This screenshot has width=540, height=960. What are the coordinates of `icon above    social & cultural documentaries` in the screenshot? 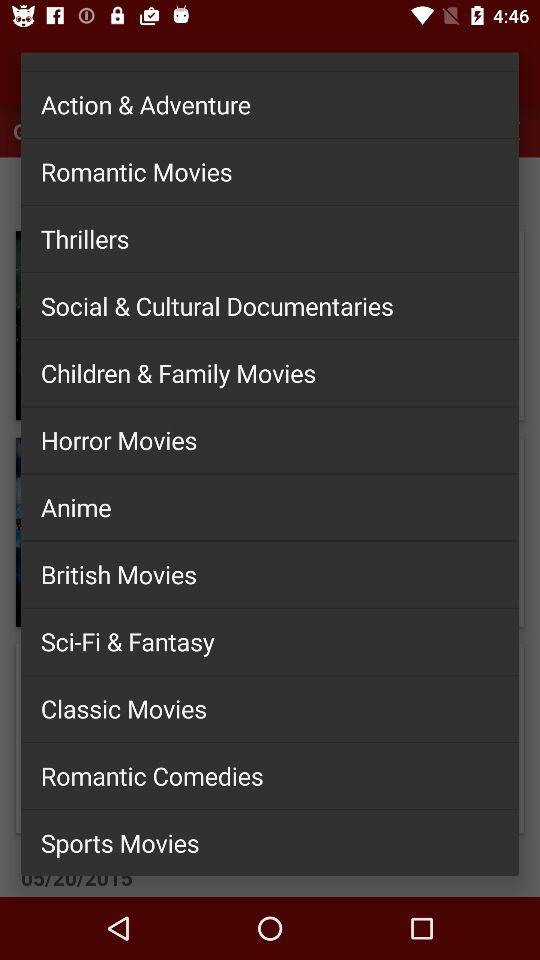 It's located at (270, 238).